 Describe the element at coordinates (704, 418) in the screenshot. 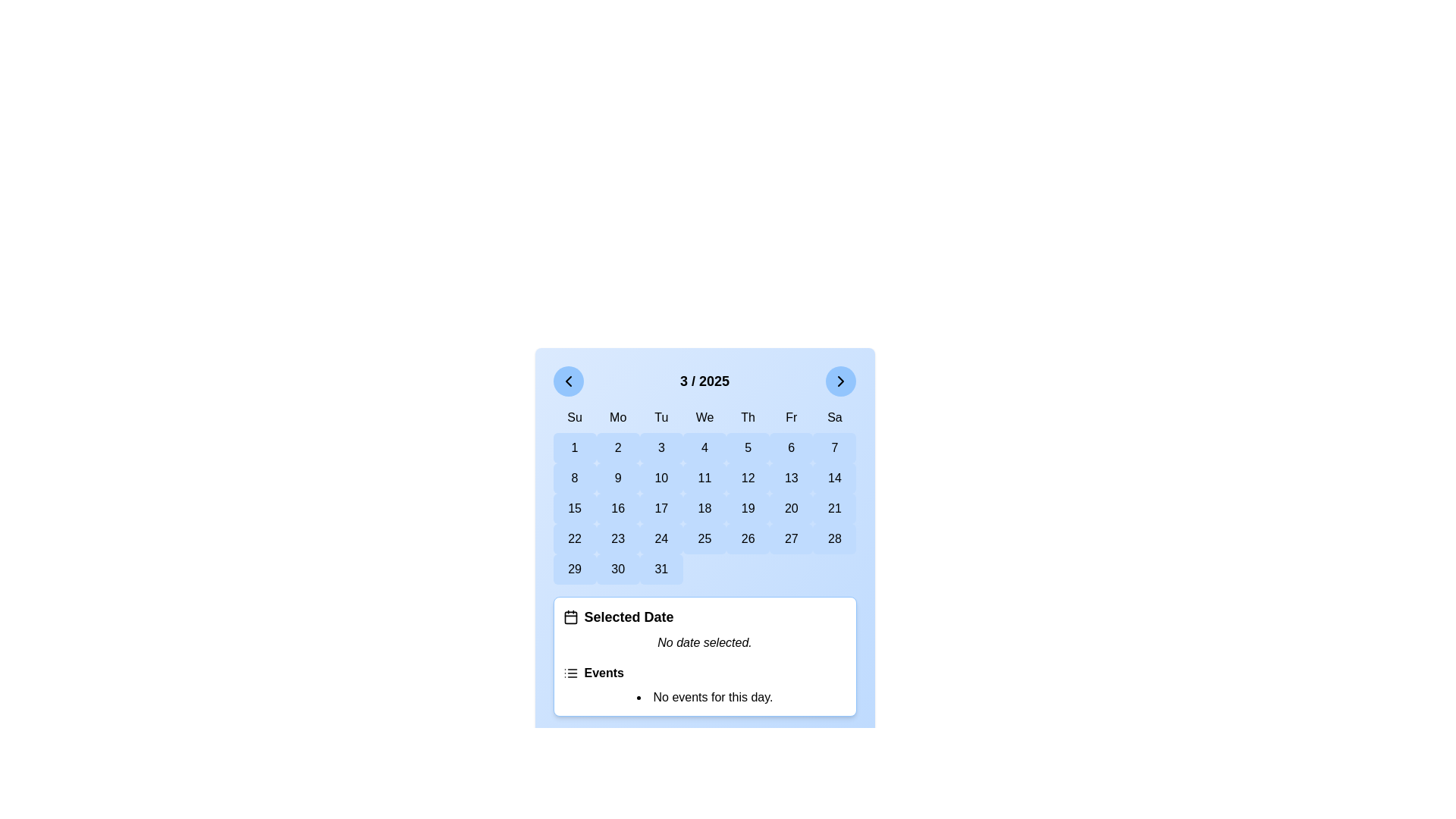

I see `the static text element displaying 'We' in the fourth column of the calendar grid layout` at that location.